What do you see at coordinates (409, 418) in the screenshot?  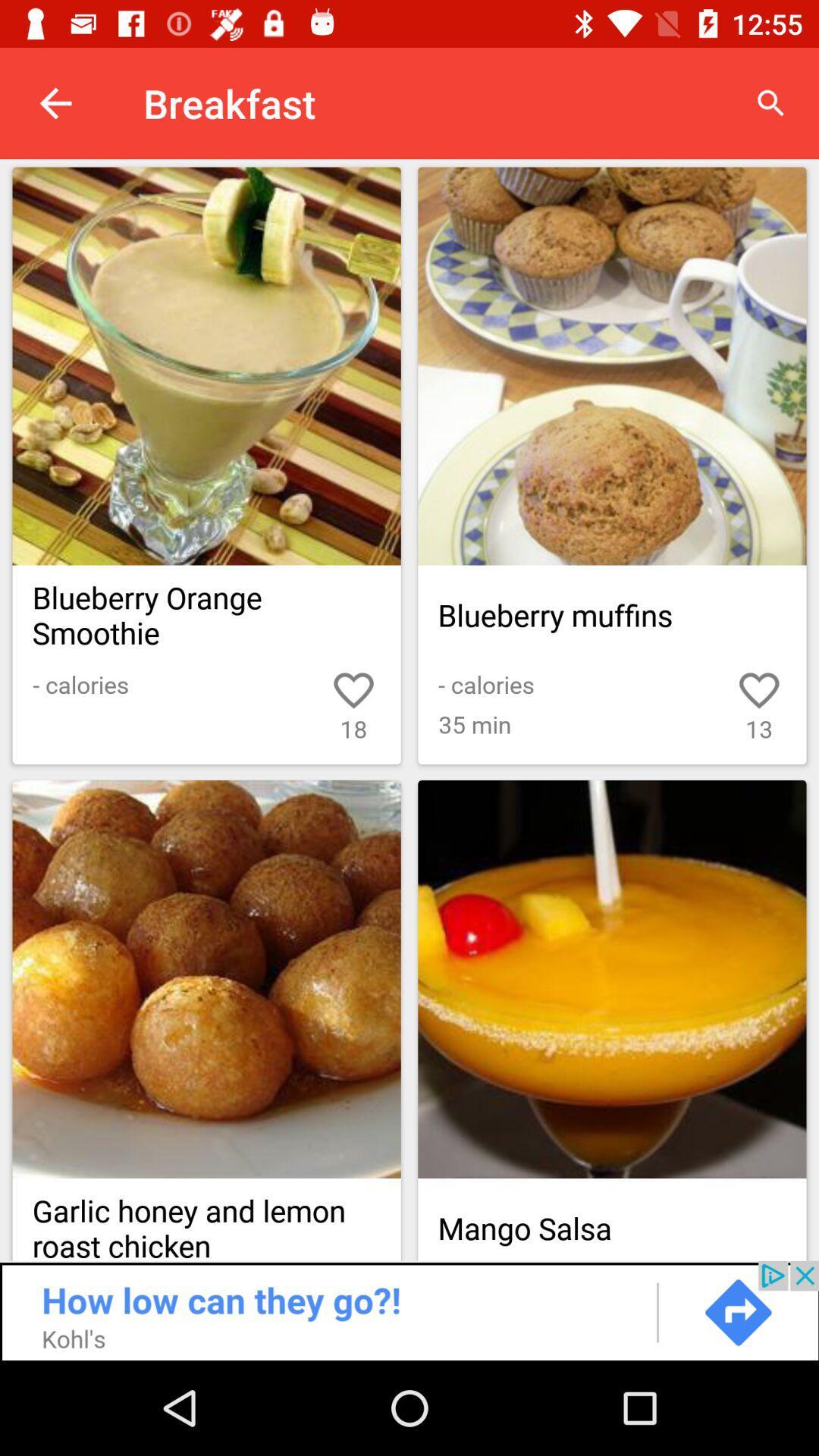 I see `open recipes` at bounding box center [409, 418].